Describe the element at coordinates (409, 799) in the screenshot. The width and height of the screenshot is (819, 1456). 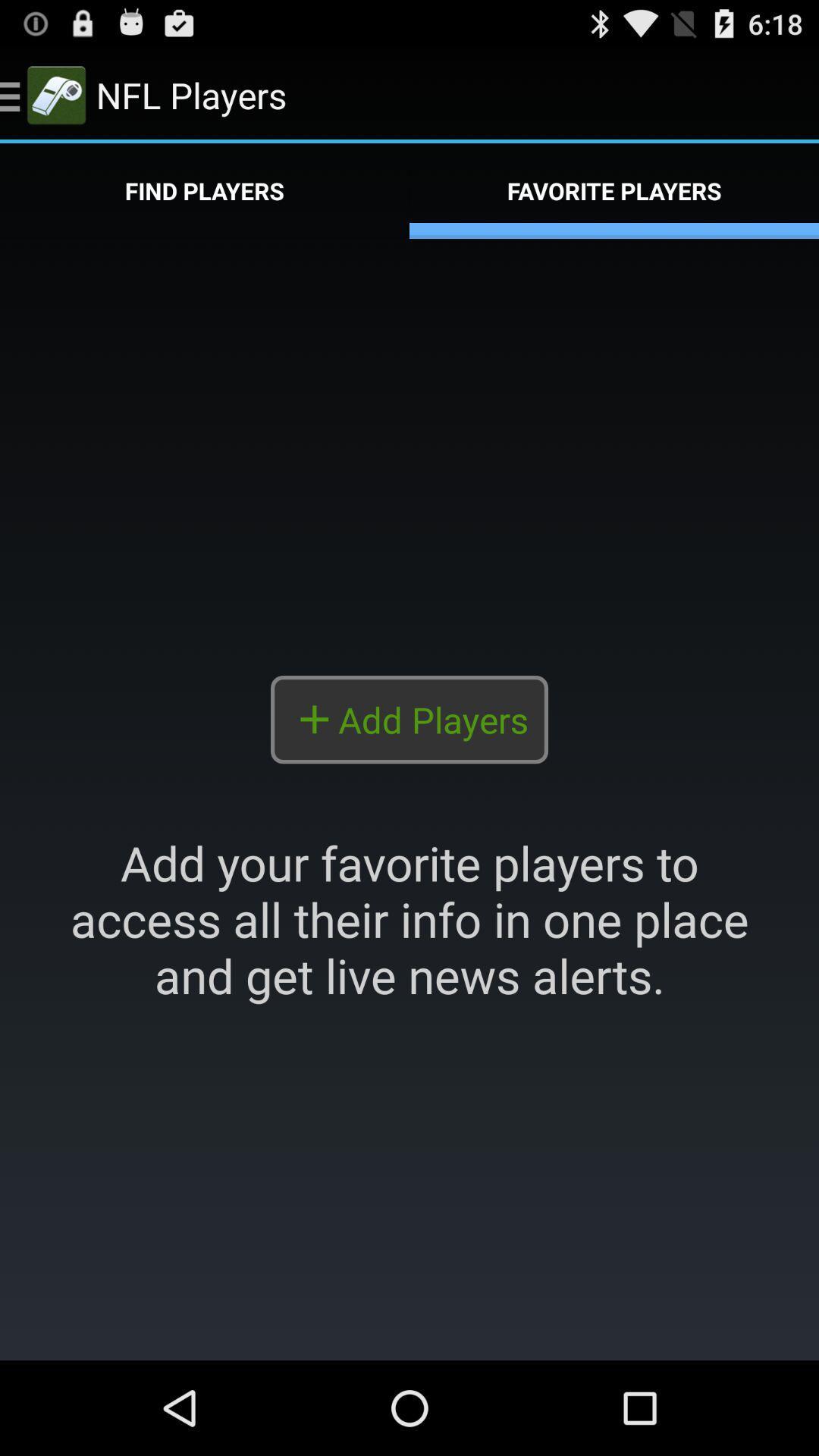
I see `main screen` at that location.